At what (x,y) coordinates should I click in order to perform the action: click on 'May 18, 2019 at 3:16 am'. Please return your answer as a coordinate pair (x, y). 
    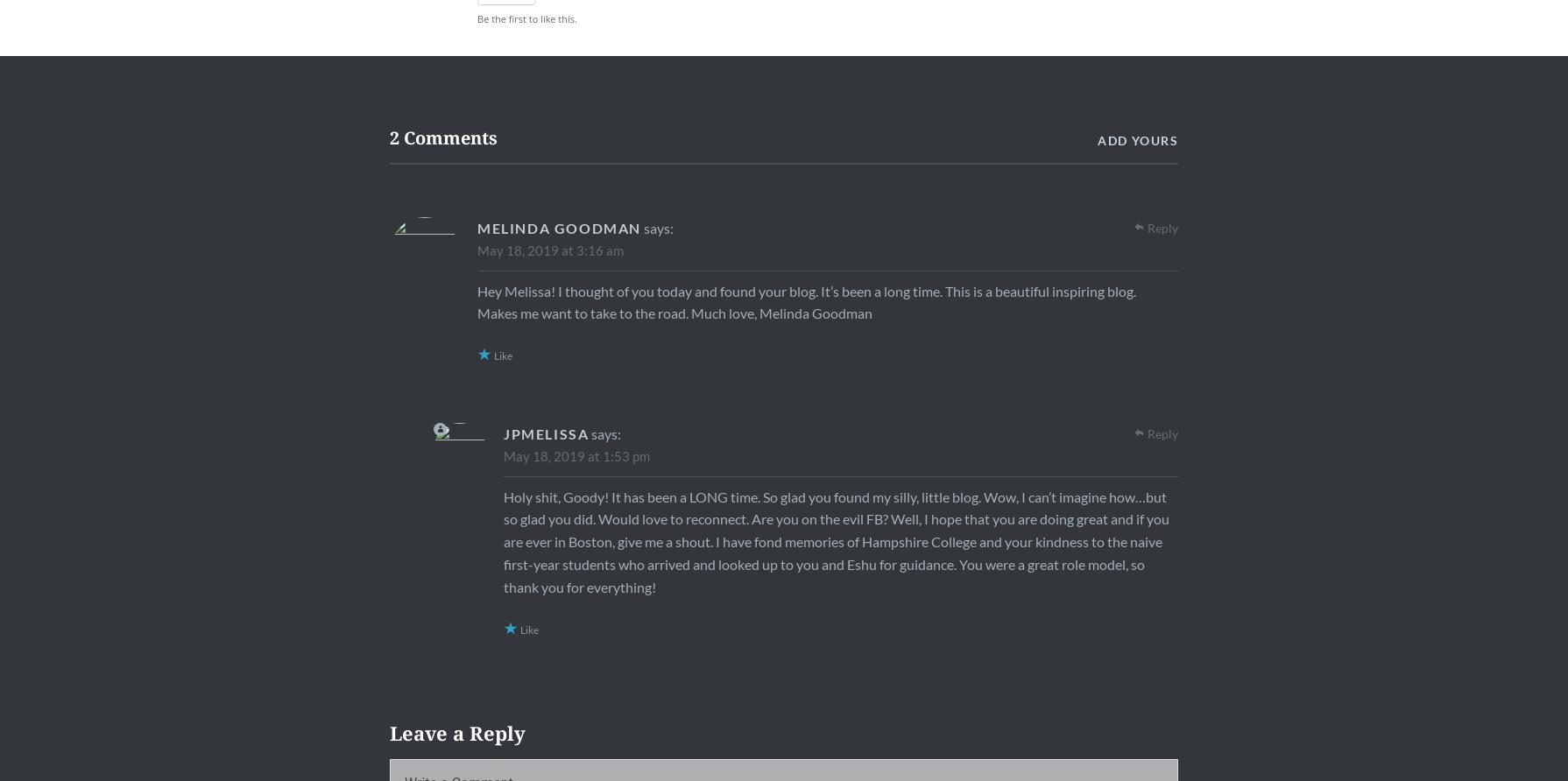
    Looking at the image, I should click on (549, 250).